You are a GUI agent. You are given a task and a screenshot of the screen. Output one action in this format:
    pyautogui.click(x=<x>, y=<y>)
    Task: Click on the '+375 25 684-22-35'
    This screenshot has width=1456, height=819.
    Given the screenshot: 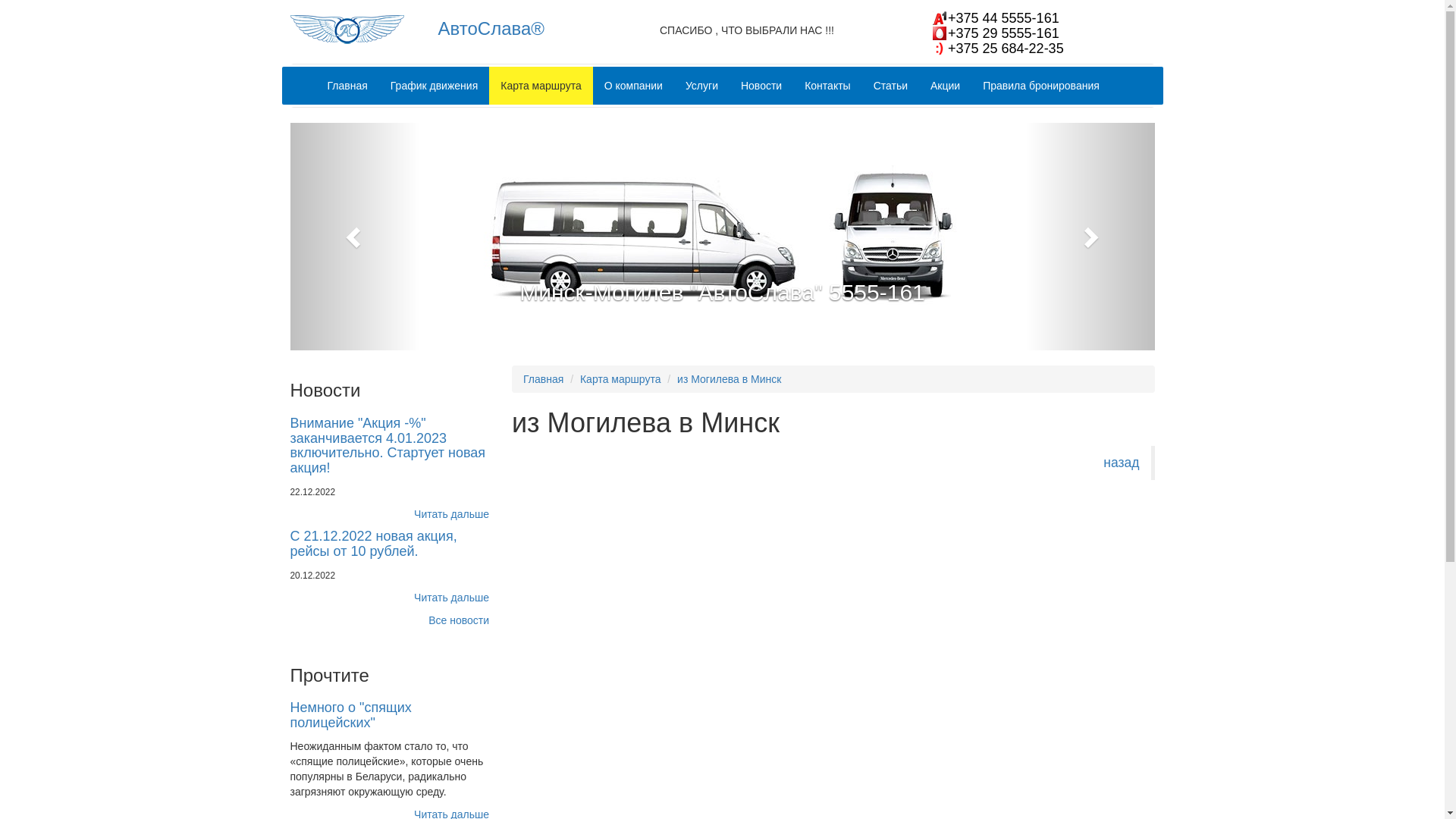 What is the action you would take?
    pyautogui.click(x=998, y=48)
    